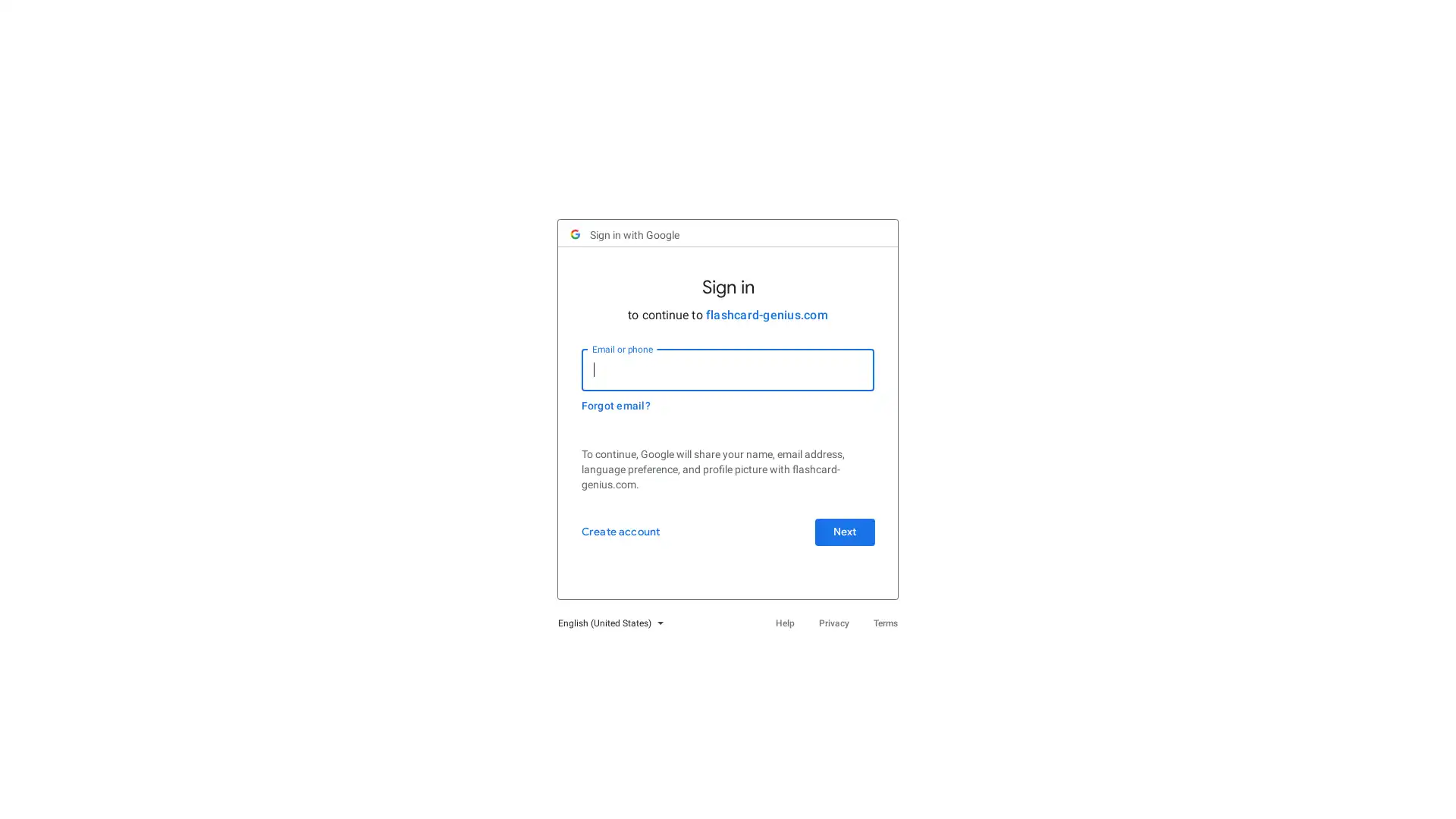  I want to click on Create account, so click(627, 540).